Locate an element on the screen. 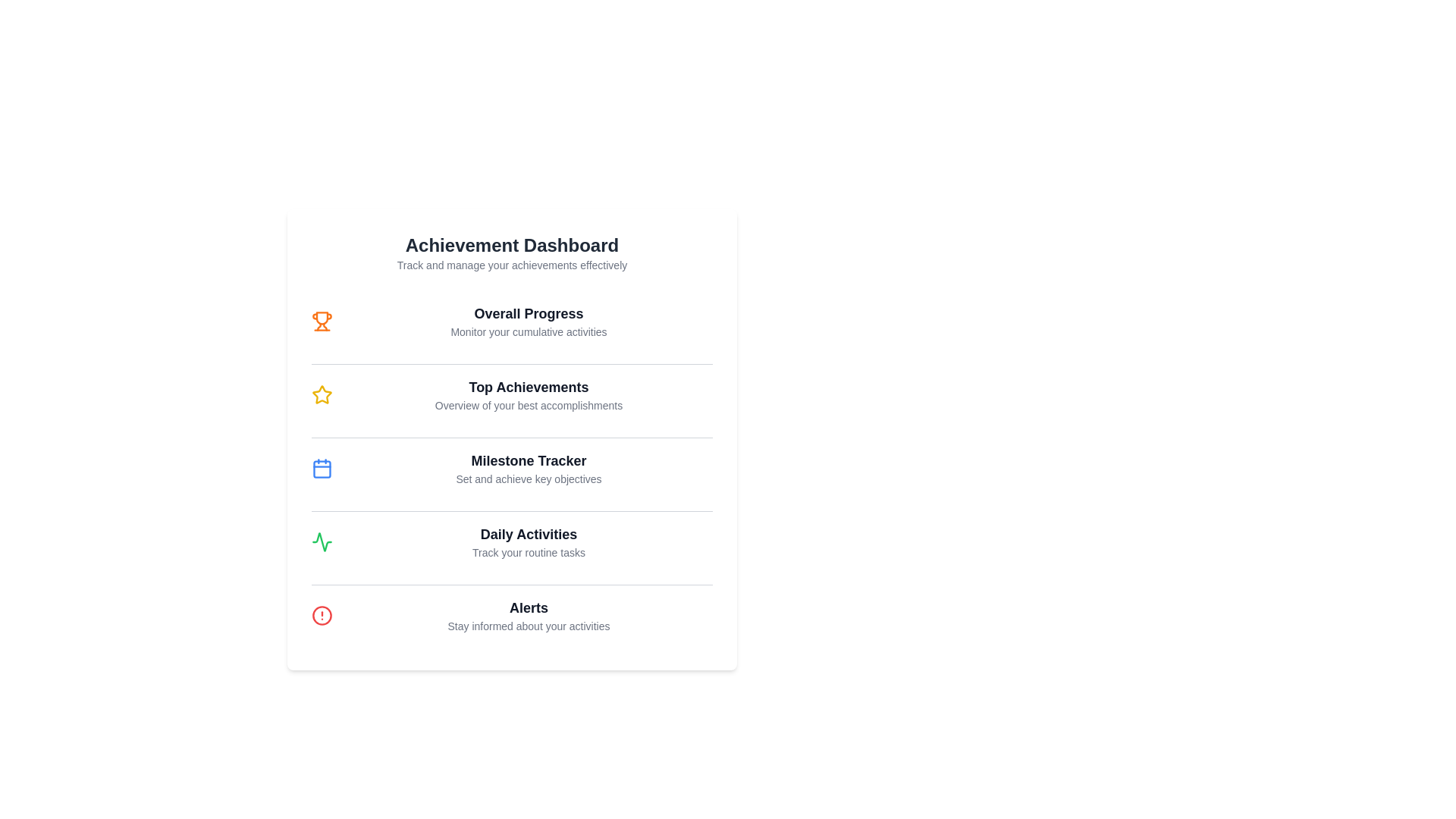  the third entry in the vertically stacked list of achievements within the white section of the dashboard is located at coordinates (512, 467).